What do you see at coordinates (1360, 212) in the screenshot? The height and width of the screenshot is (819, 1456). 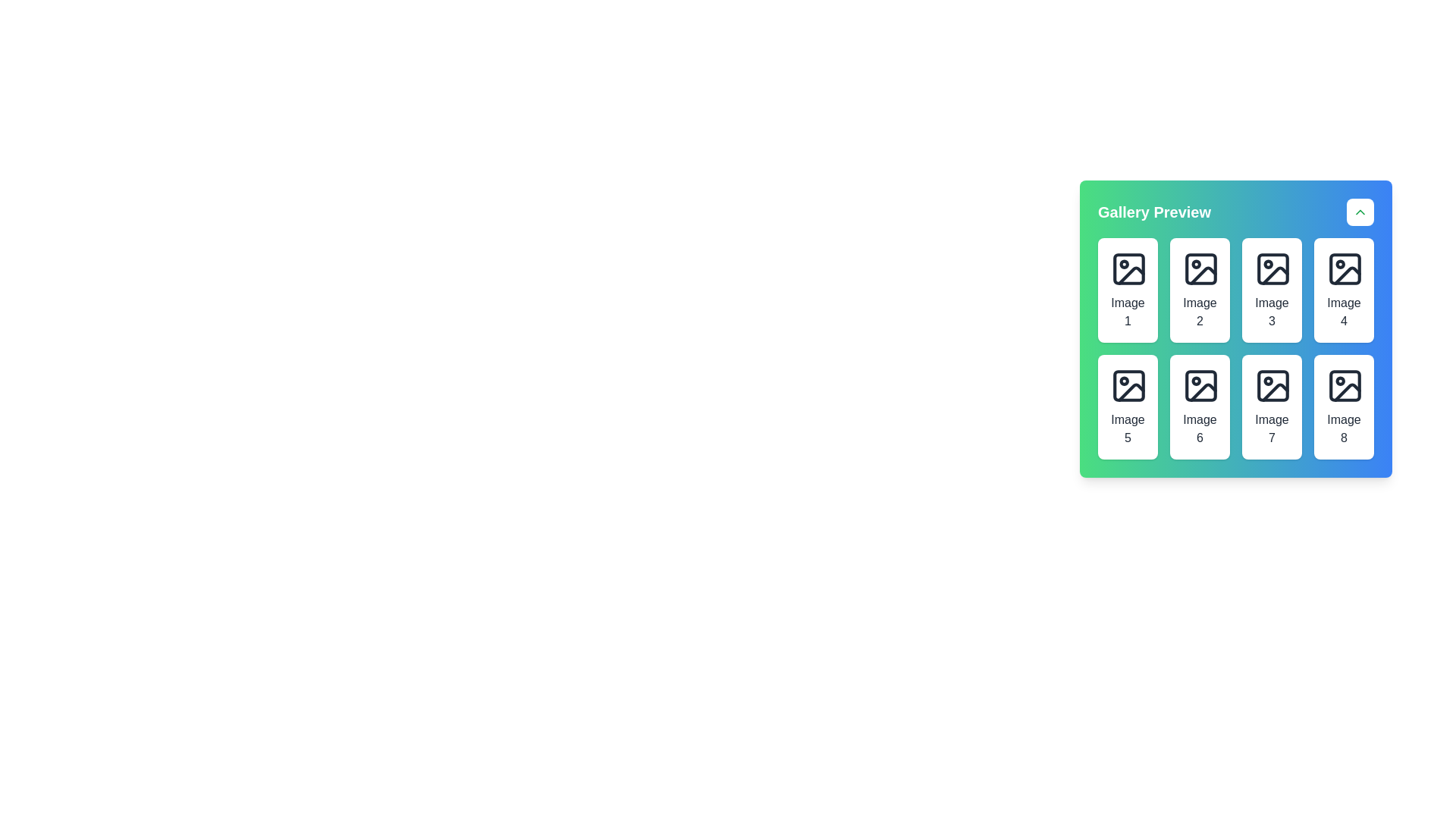 I see `the interactive button located in the top-right corner of the 'Gallery Preview' section` at bounding box center [1360, 212].